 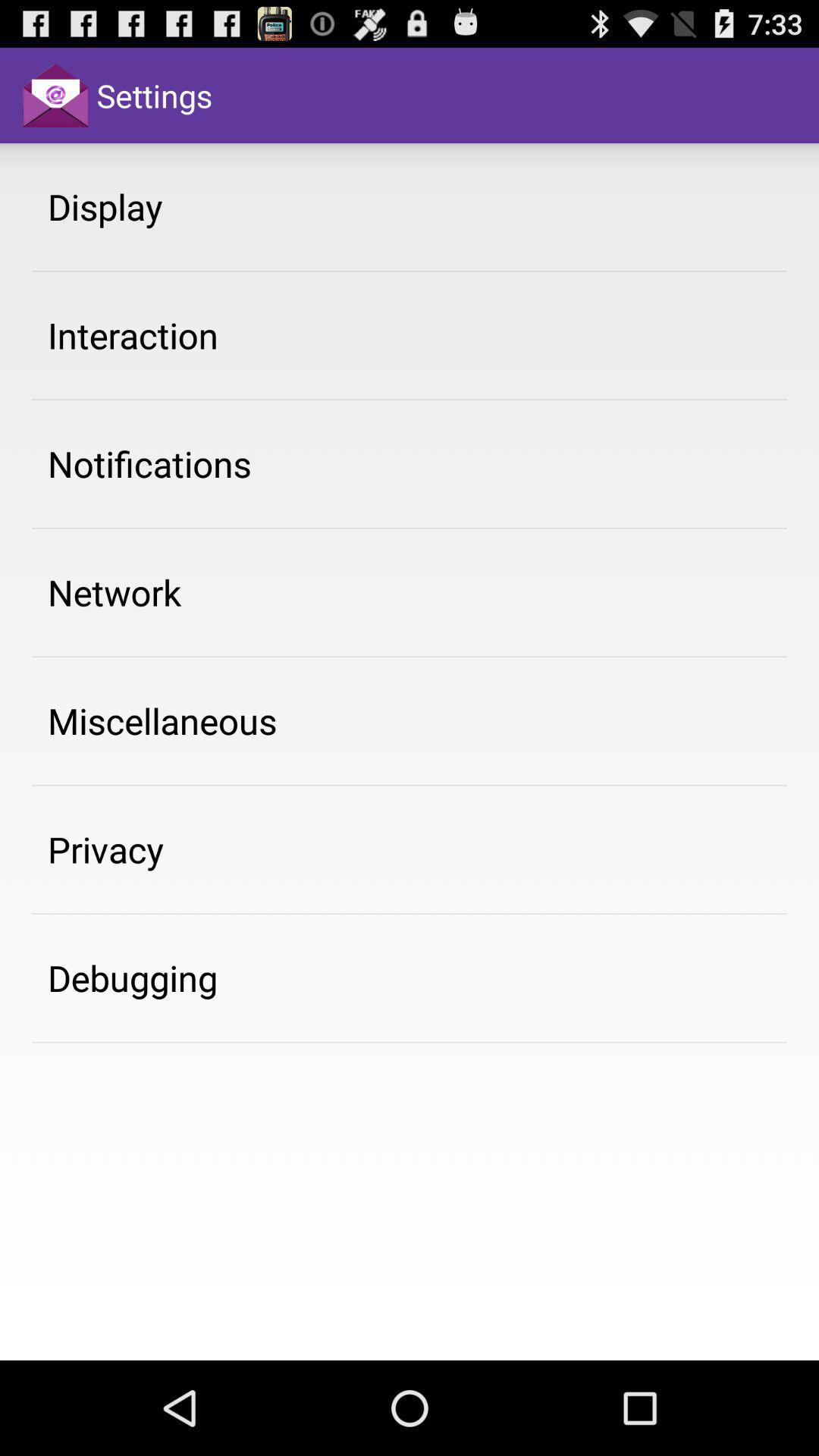 What do you see at coordinates (104, 206) in the screenshot?
I see `display app` at bounding box center [104, 206].